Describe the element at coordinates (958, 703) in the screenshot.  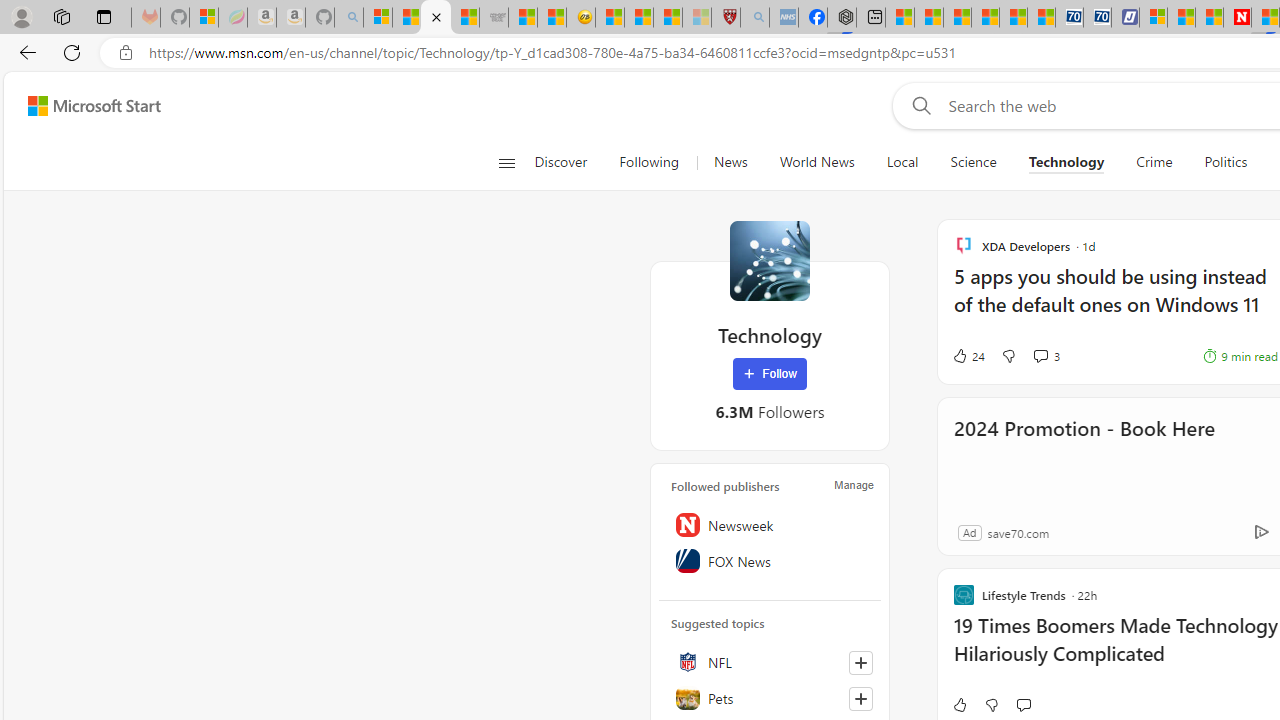
I see `'Like'` at that location.